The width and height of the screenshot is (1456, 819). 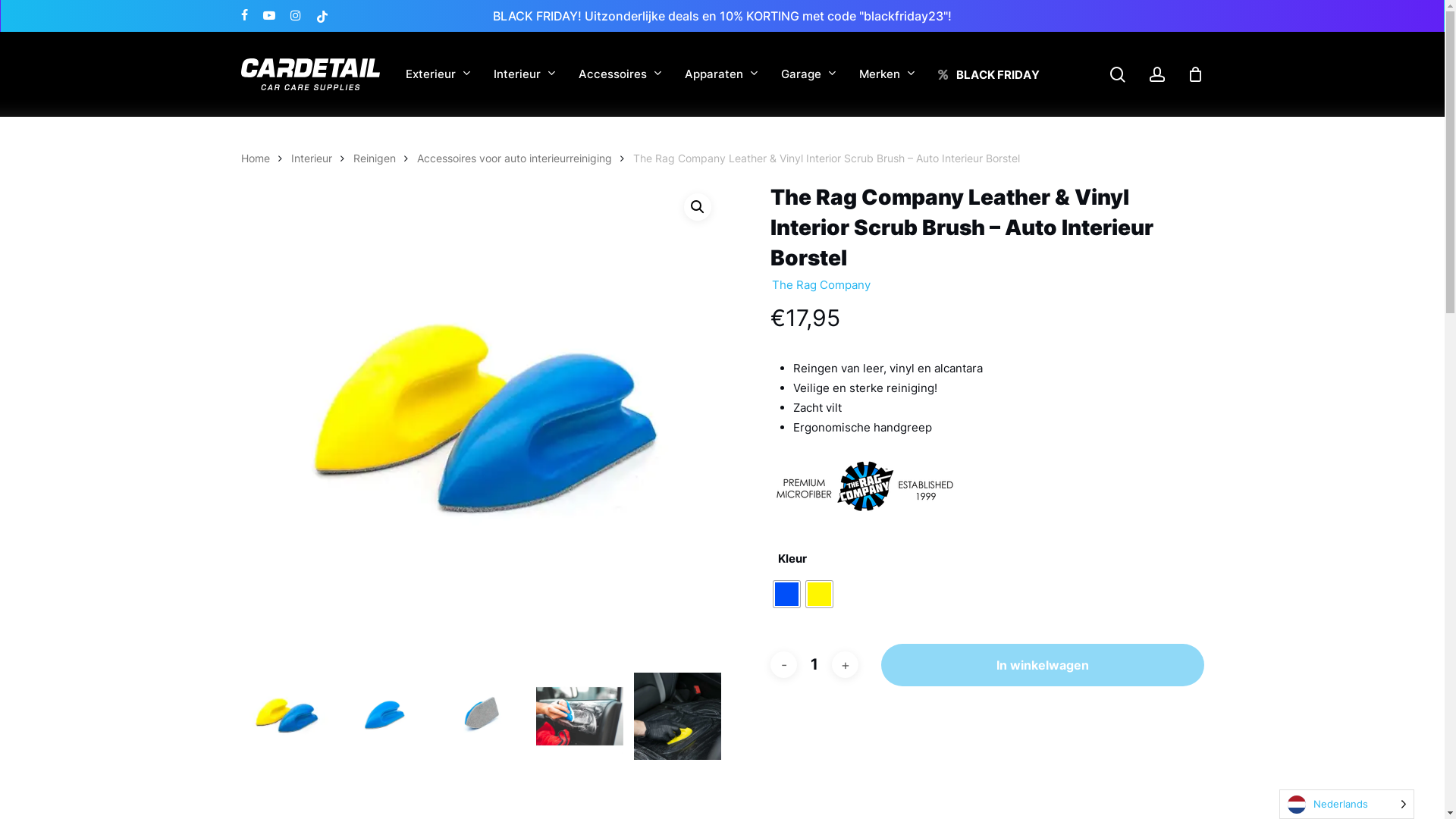 I want to click on 'In winkelwagen', so click(x=1041, y=664).